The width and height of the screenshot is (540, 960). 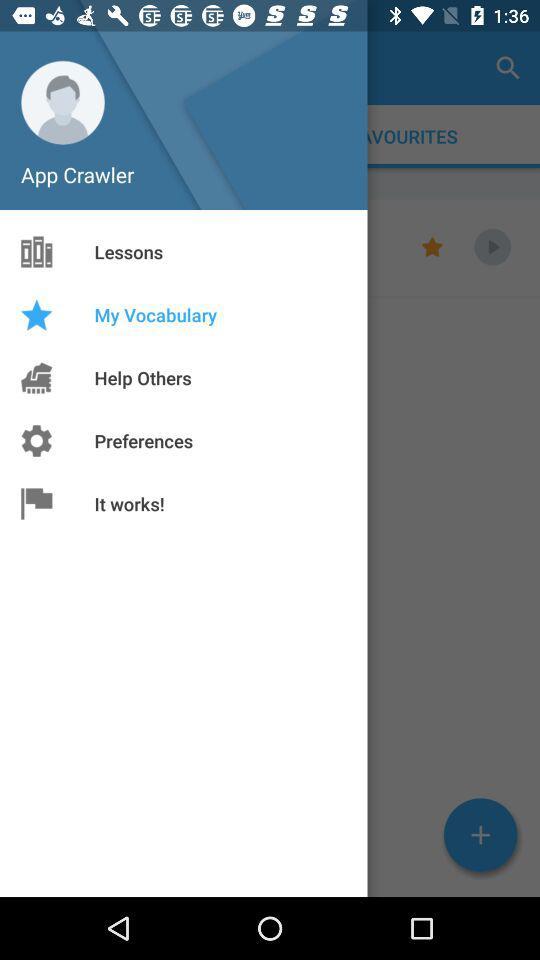 What do you see at coordinates (479, 835) in the screenshot?
I see `the add icon` at bounding box center [479, 835].